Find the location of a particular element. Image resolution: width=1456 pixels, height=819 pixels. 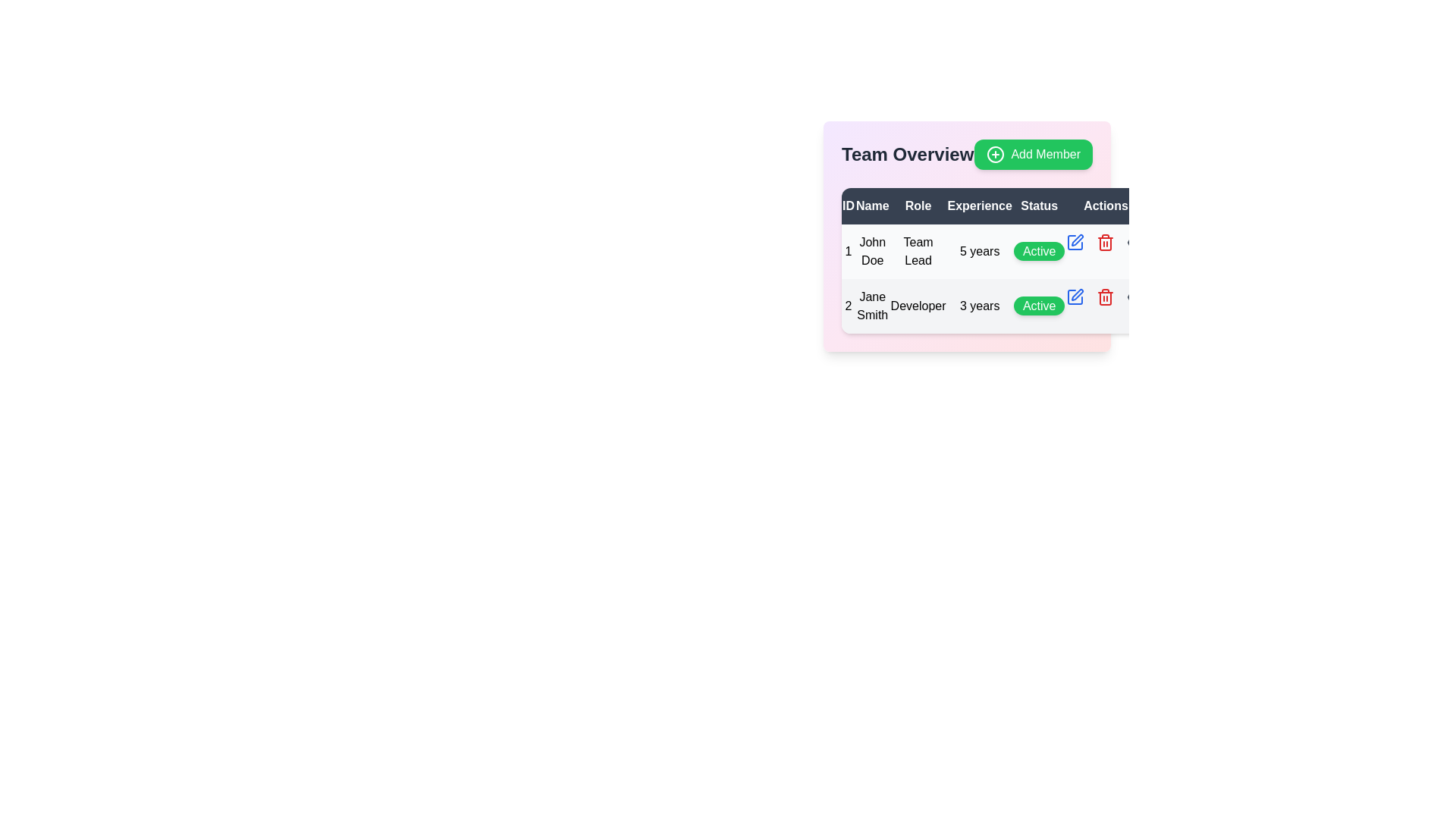

the edit icon associated with the 'Jane Smith' team member is located at coordinates (1075, 297).